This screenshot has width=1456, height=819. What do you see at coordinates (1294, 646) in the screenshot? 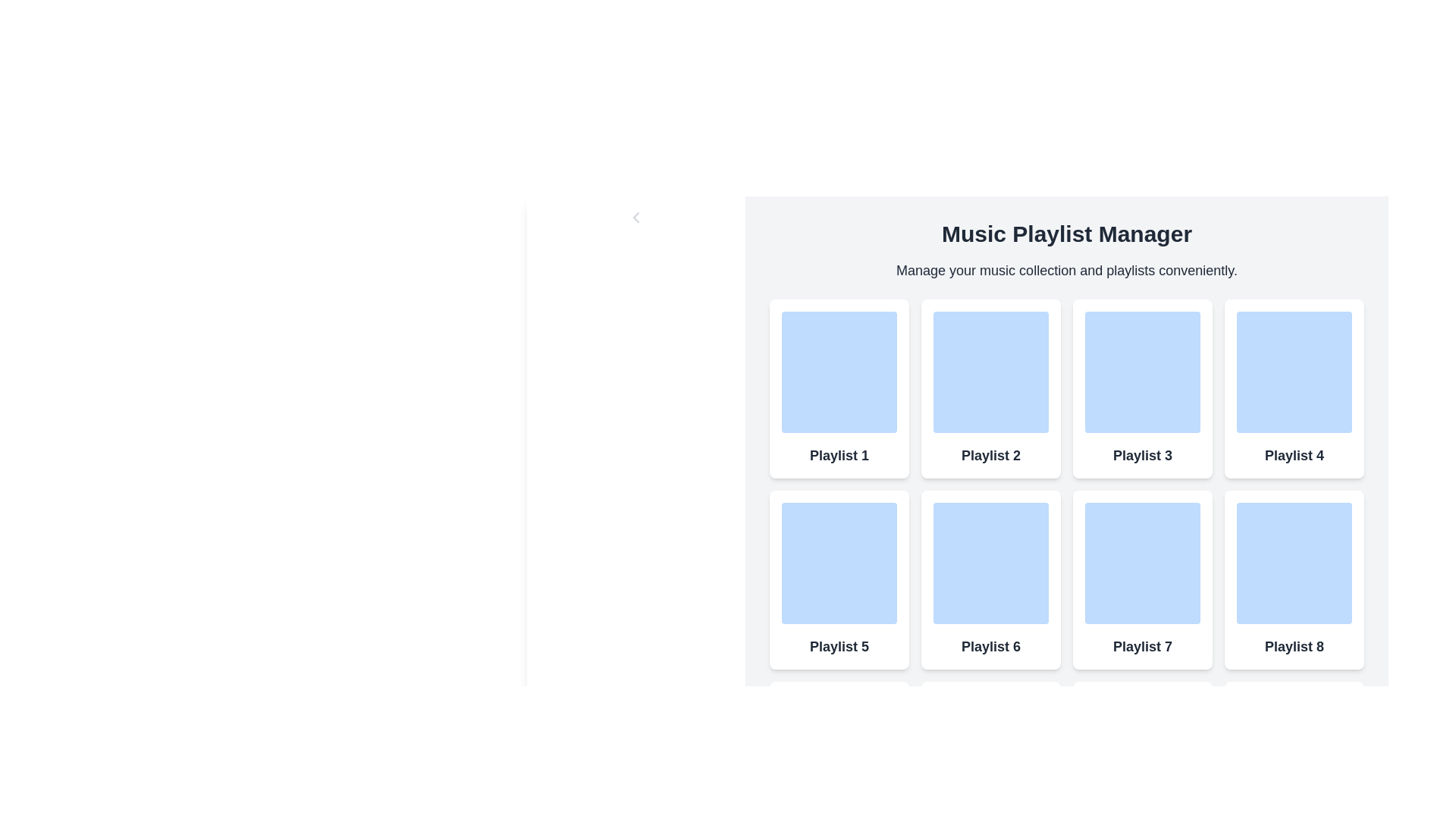
I see `text label displaying 'Playlist 8' located at the bottom of the playlist card in the bottom-right corner of the grid layout` at bounding box center [1294, 646].